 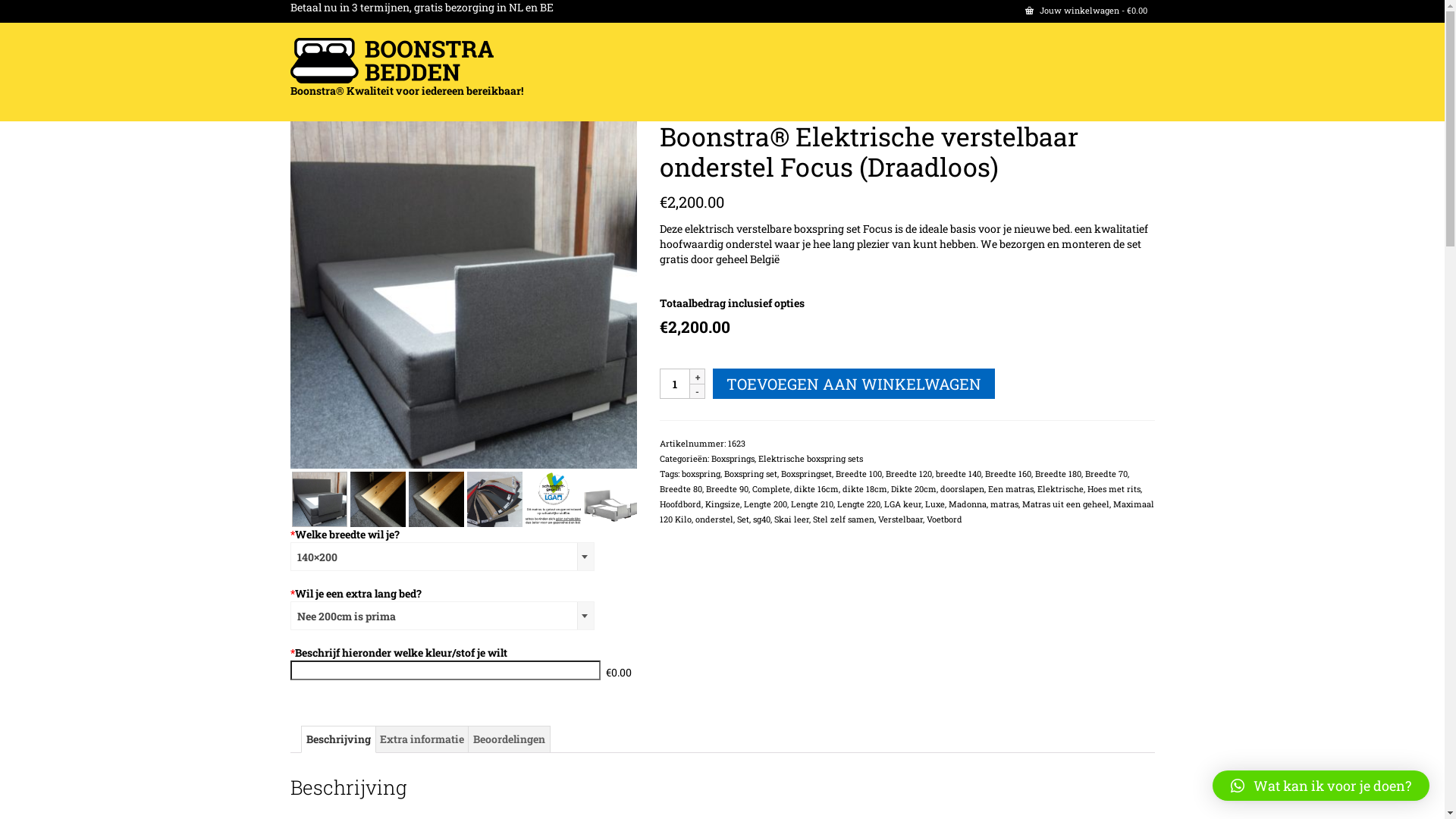 I want to click on 'Elektrische boxspring sets', so click(x=758, y=457).